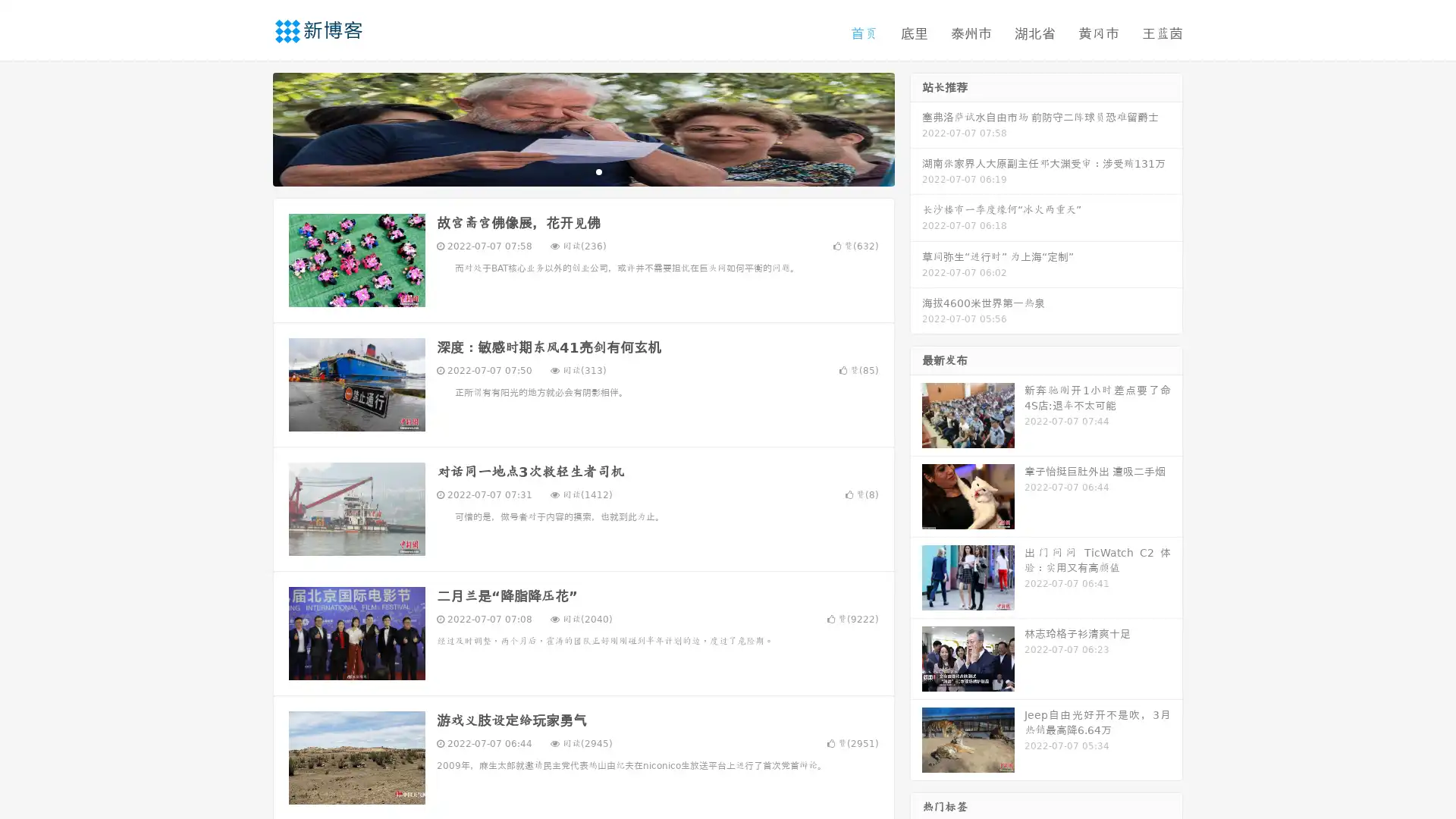  What do you see at coordinates (582, 171) in the screenshot?
I see `Go to slide 2` at bounding box center [582, 171].